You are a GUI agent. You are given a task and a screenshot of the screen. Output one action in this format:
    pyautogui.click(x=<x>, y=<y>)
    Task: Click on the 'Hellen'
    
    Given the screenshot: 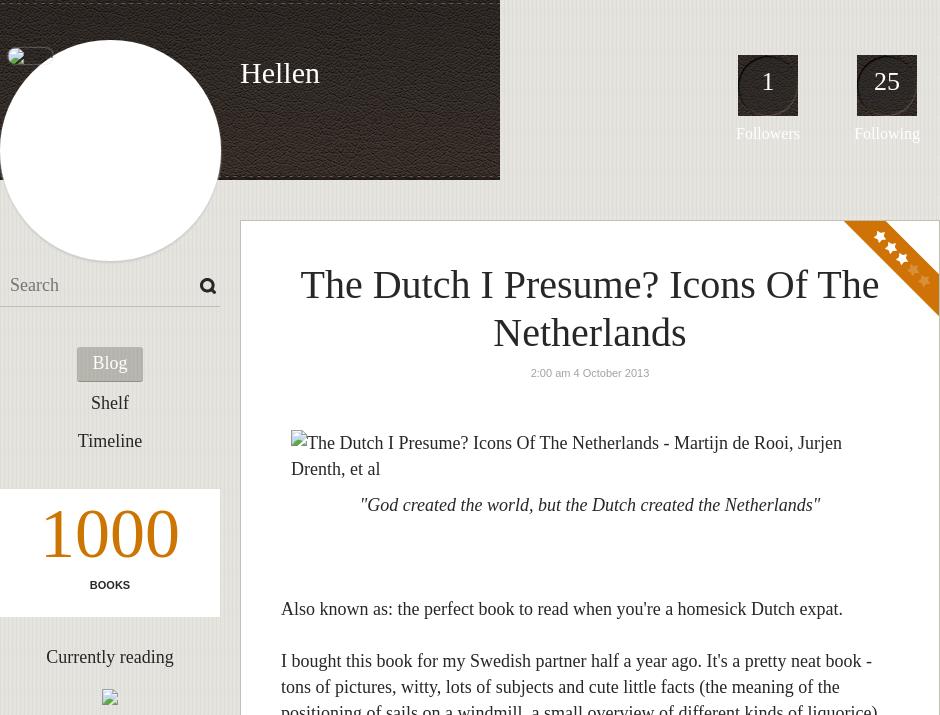 What is the action you would take?
    pyautogui.click(x=278, y=72)
    